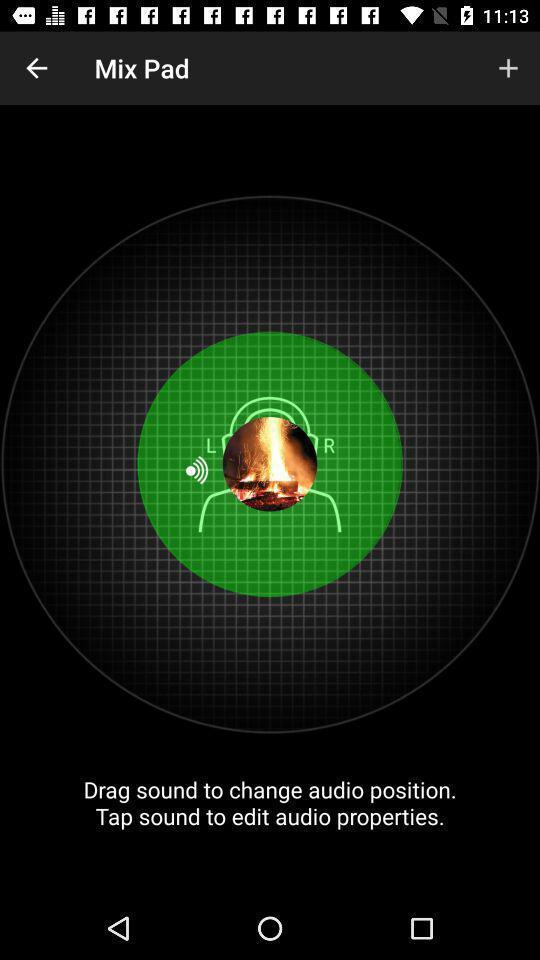 This screenshot has width=540, height=960. Describe the element at coordinates (508, 68) in the screenshot. I see `icon to the right of mix pad icon` at that location.